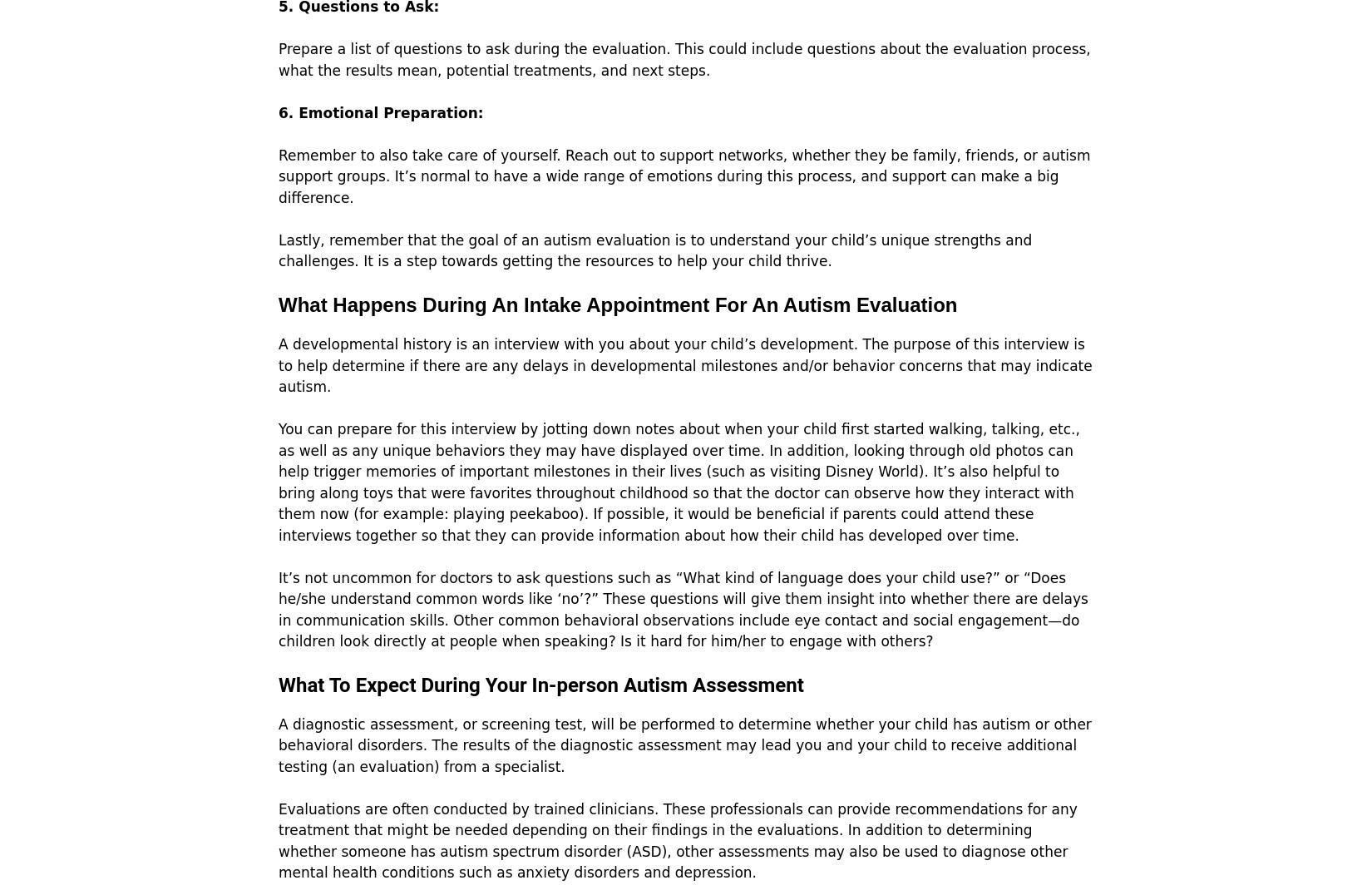 The image size is (1372, 895). Describe the element at coordinates (678, 481) in the screenshot. I see `'You can prepare for this interview by jotting down notes about when your child first started walking, talking, etc., as well as any unique behaviors they may have displayed over time. In addition, looking through old photos can help trigger memories of important milestones in their lives (such as visiting Disney World). It’s also helpful to bring along toys that were favorites throughout childhood so that the doctor can observe how they interact with them now (for example: playing peekaboo). If possible, it would be beneficial if parents could attend these interviews together so that they can provide information about how their child has developed over time.'` at that location.